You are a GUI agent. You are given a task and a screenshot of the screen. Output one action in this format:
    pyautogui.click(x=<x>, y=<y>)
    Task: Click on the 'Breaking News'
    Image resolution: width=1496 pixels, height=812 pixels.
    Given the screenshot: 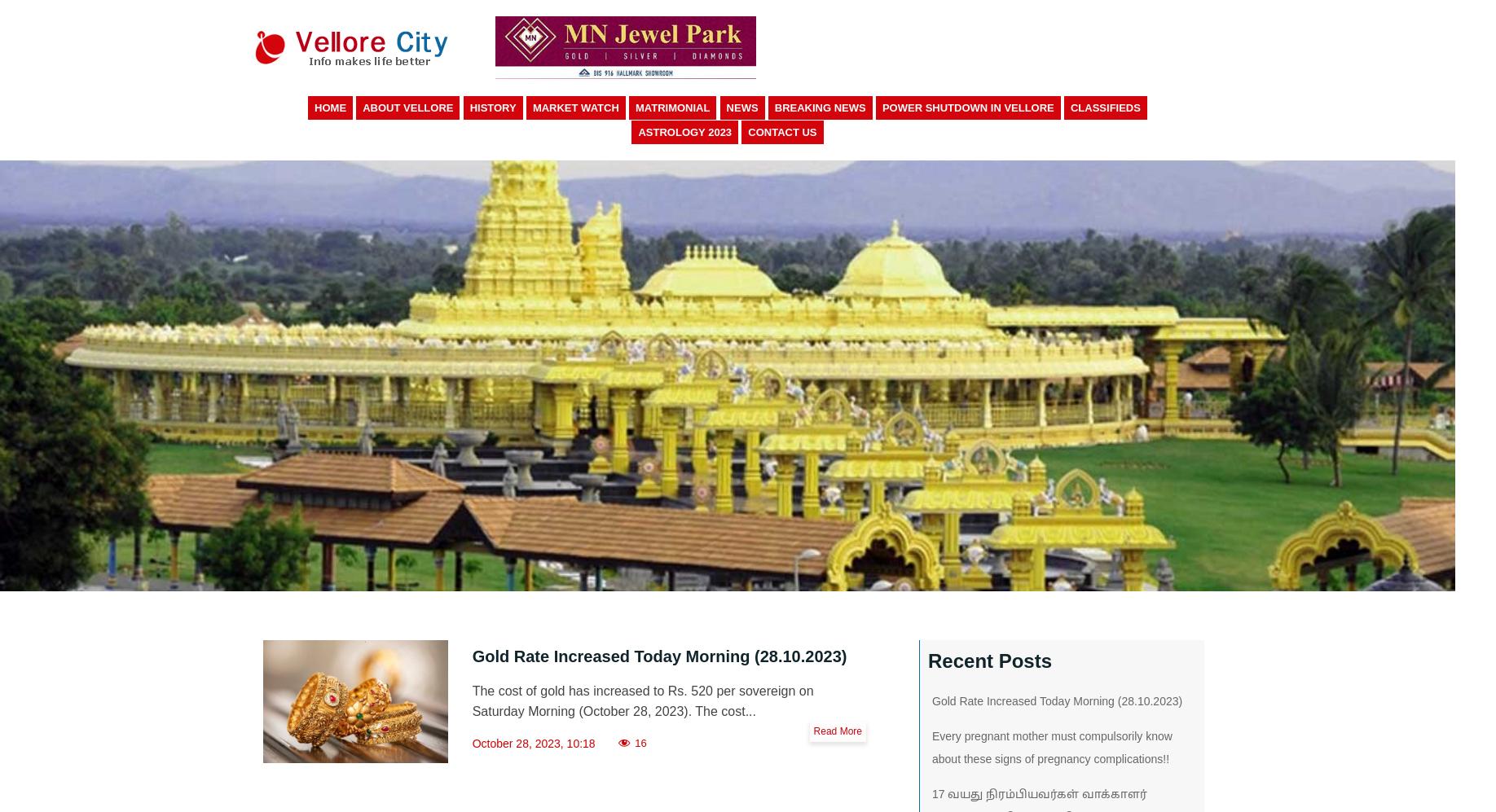 What is the action you would take?
    pyautogui.click(x=818, y=108)
    